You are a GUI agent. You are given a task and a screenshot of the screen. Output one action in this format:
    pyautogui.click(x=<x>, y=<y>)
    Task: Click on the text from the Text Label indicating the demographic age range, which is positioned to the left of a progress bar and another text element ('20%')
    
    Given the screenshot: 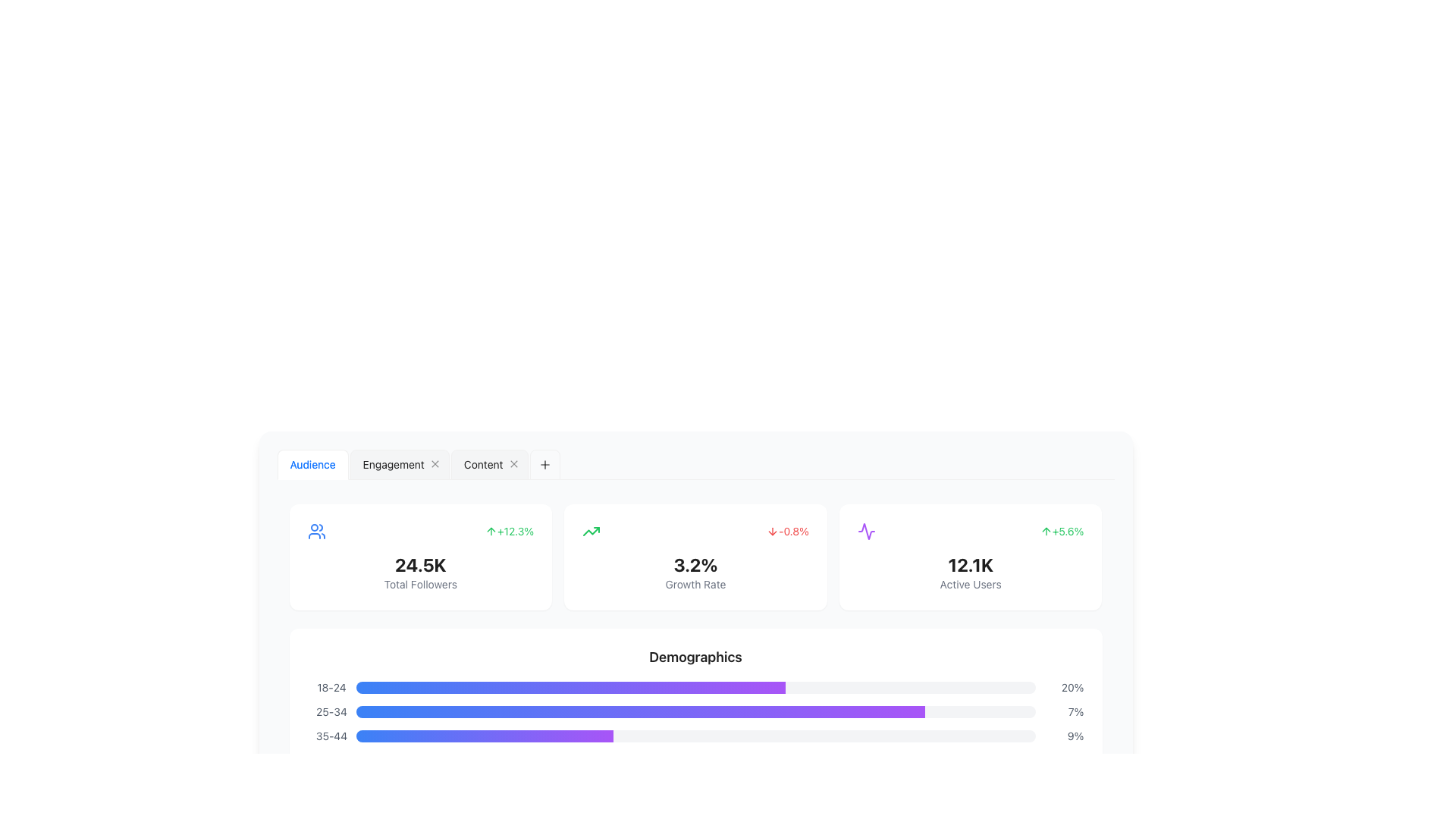 What is the action you would take?
    pyautogui.click(x=331, y=687)
    